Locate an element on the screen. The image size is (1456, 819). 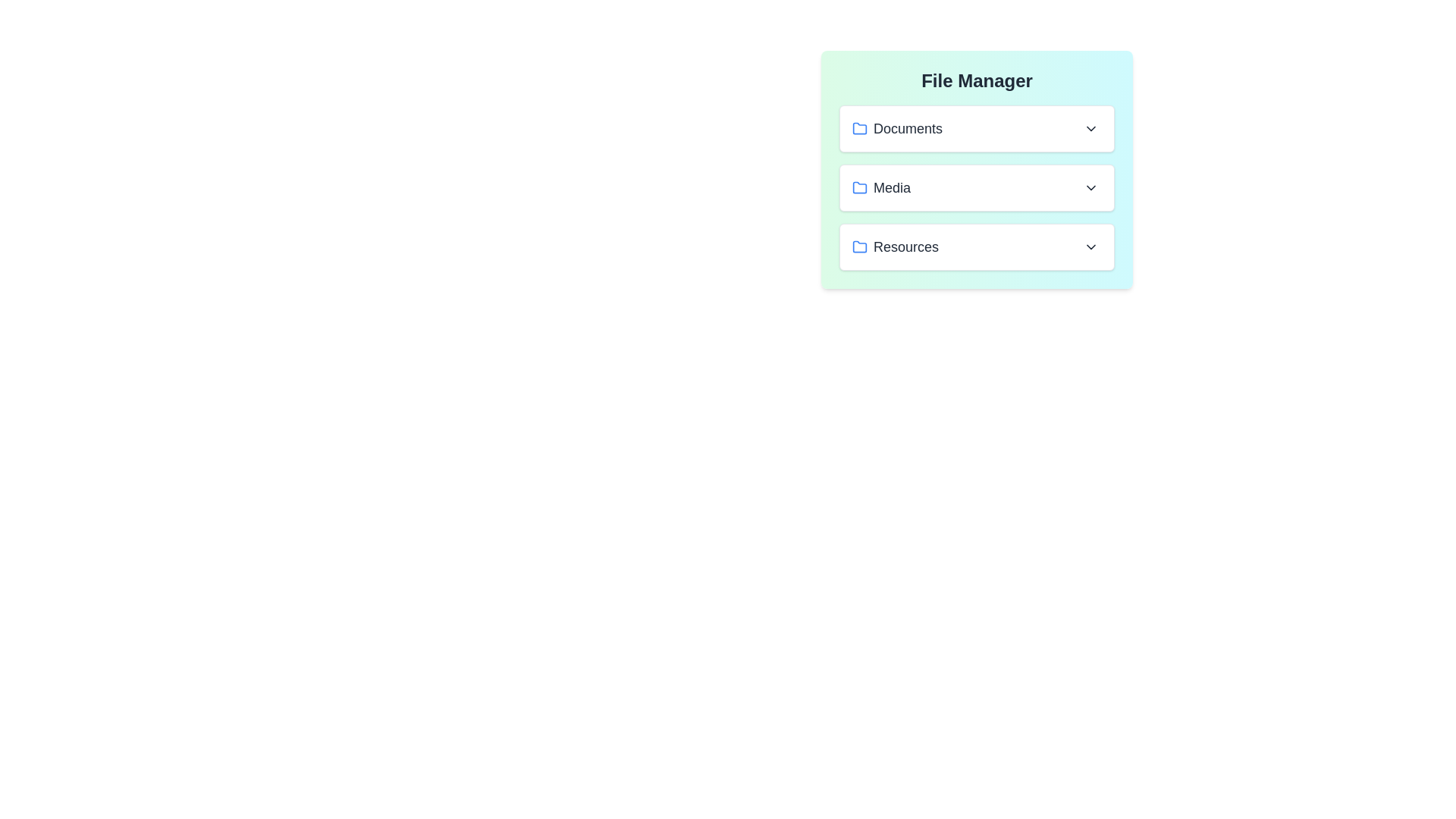
the file Tutorial.pdf from the folder Media is located at coordinates (977, 187).